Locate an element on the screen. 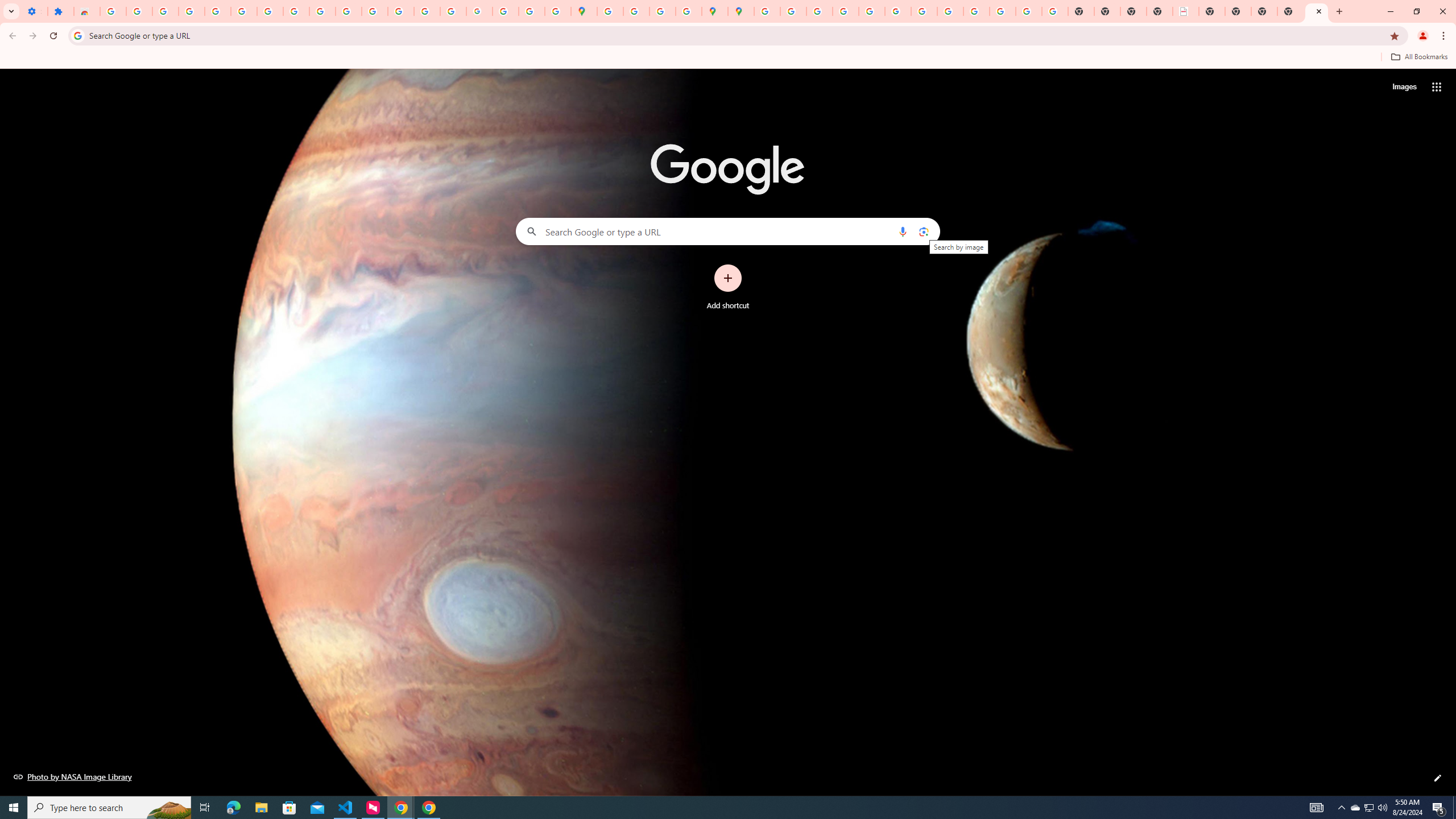 The image size is (1456, 819). 'Privacy Help Center - Policies Help' is located at coordinates (845, 11).